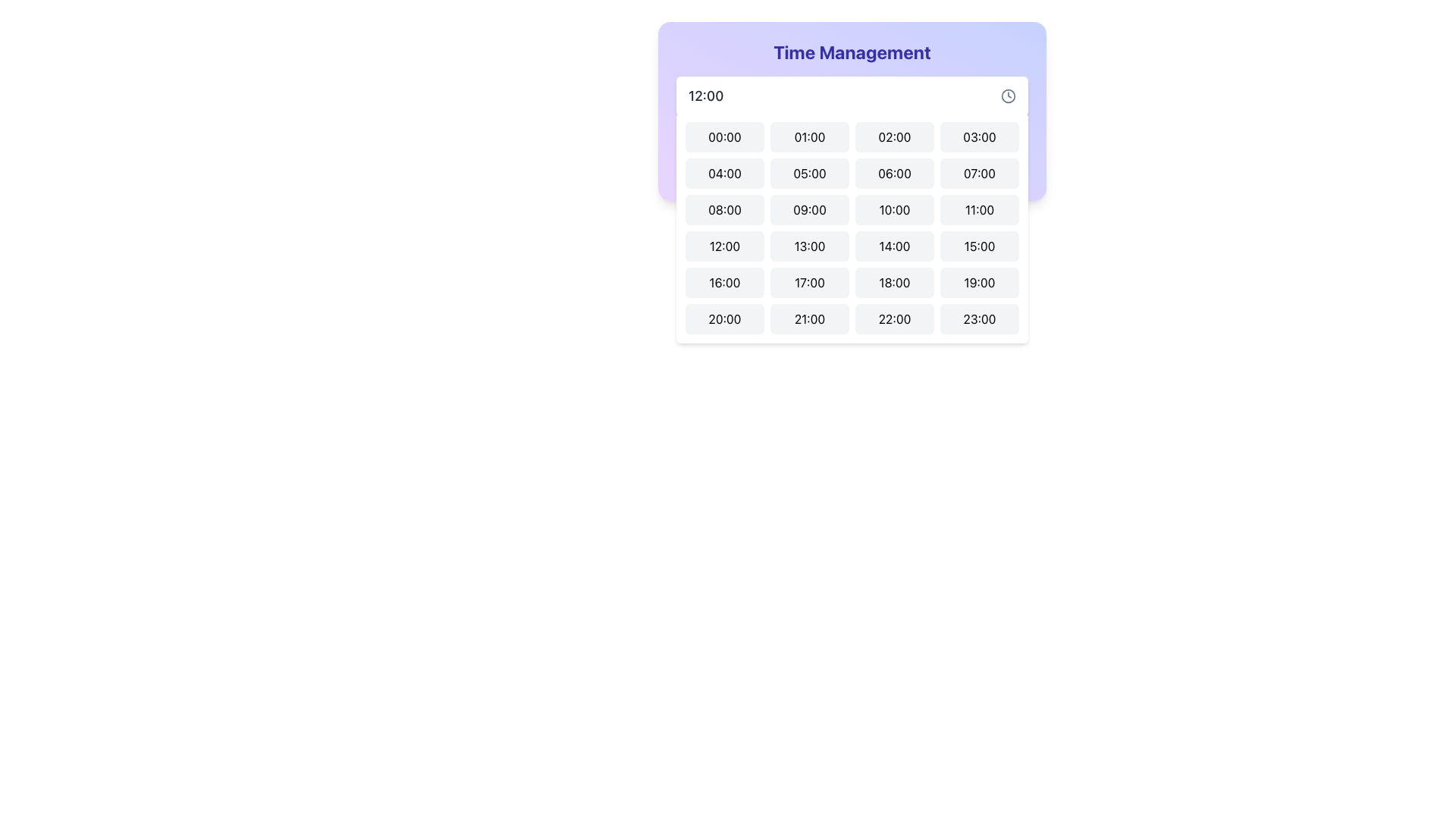  What do you see at coordinates (895, 210) in the screenshot?
I see `the '10:00' button located in the third row and third column of the grid under 'Time Management' to observe any hover effects` at bounding box center [895, 210].